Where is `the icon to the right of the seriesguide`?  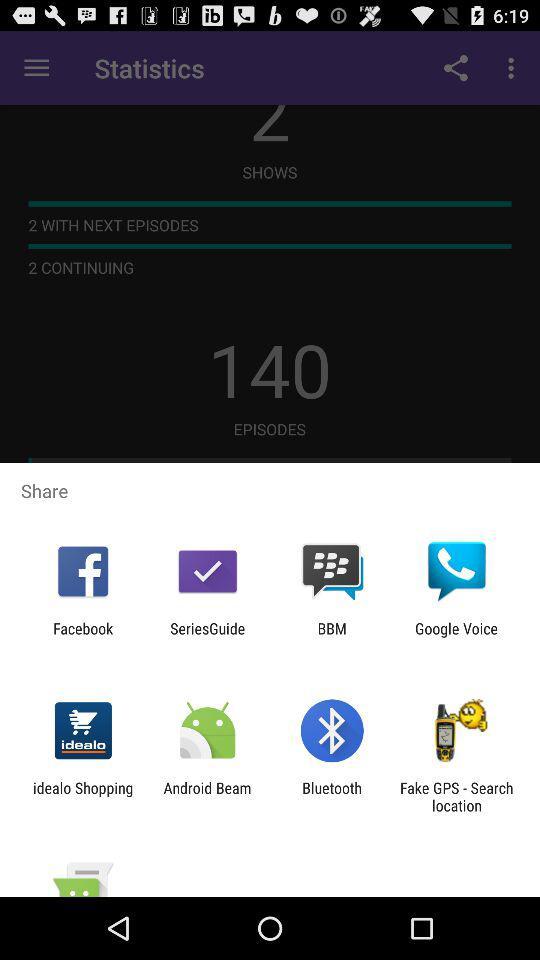
the icon to the right of the seriesguide is located at coordinates (332, 636).